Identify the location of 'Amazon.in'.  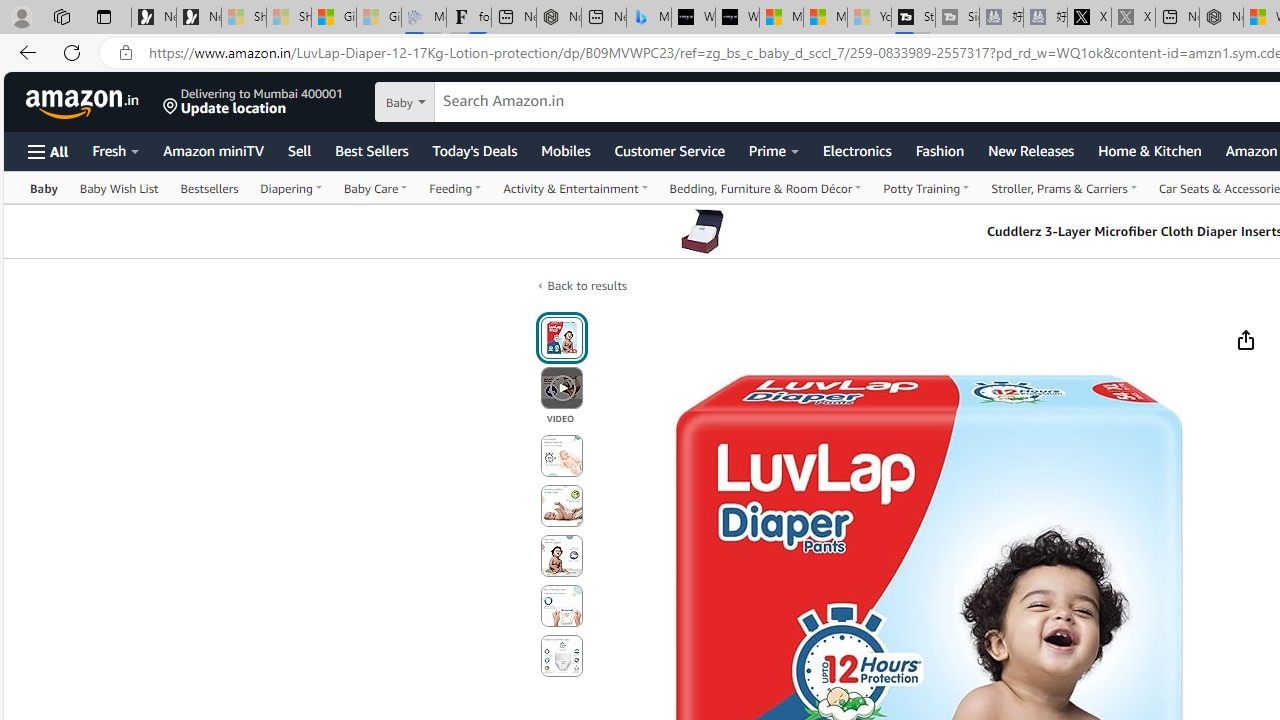
(83, 101).